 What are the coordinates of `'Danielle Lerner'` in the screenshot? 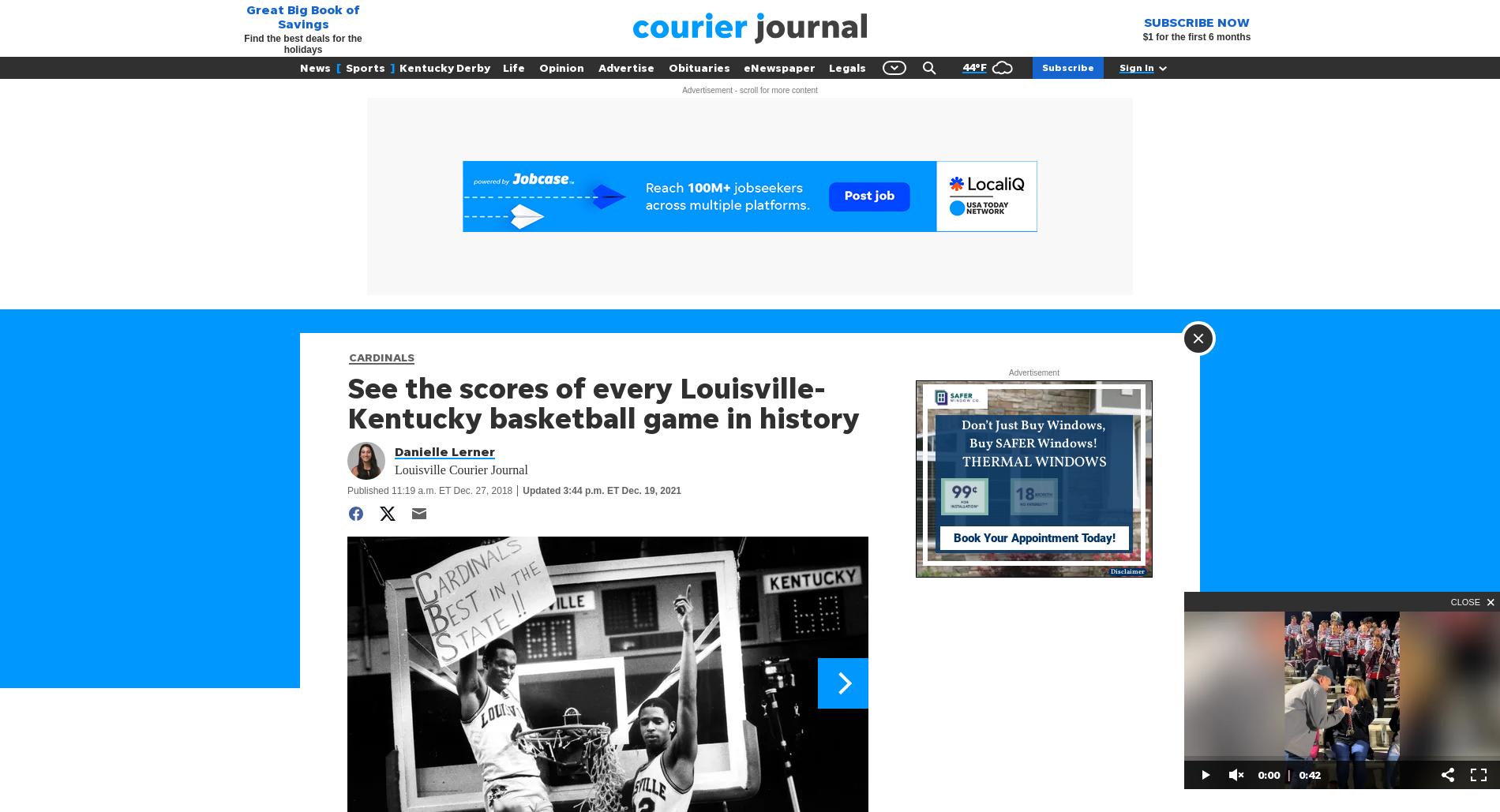 It's located at (395, 451).